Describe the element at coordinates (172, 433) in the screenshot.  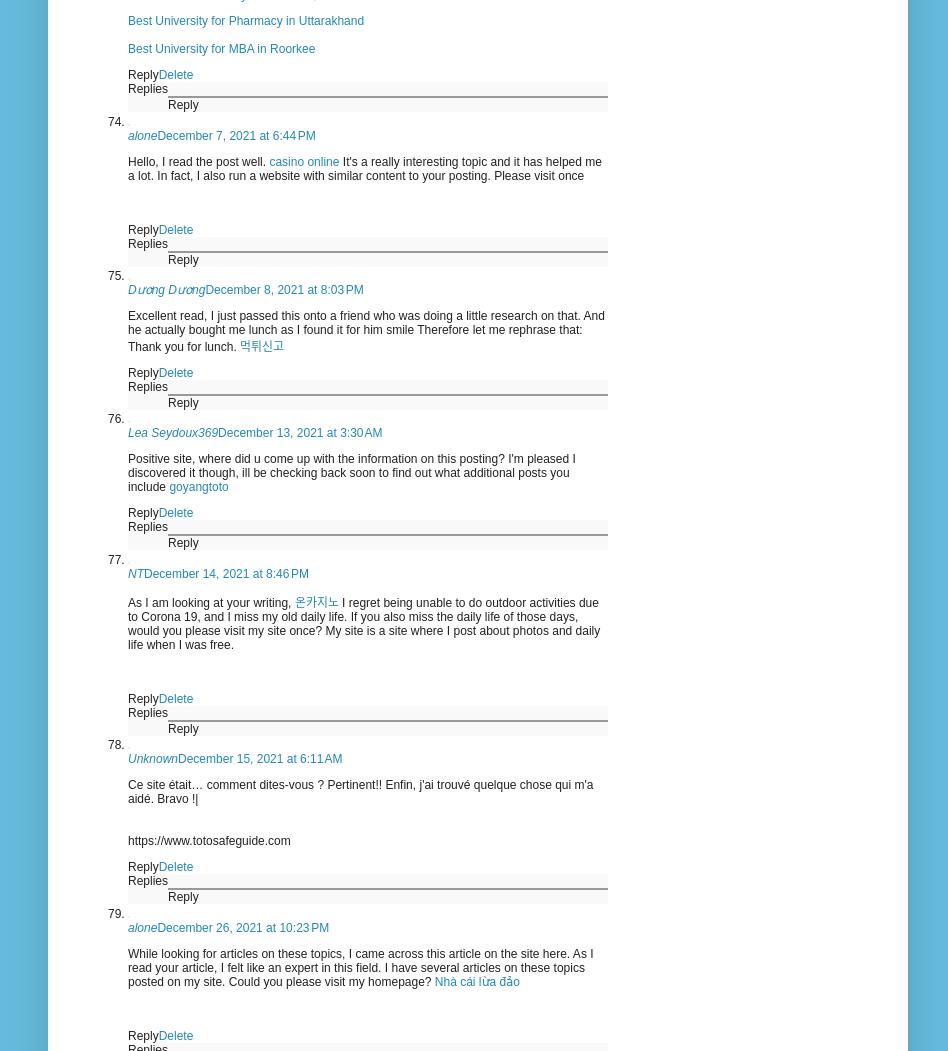
I see `'Lea Seydoux369'` at that location.